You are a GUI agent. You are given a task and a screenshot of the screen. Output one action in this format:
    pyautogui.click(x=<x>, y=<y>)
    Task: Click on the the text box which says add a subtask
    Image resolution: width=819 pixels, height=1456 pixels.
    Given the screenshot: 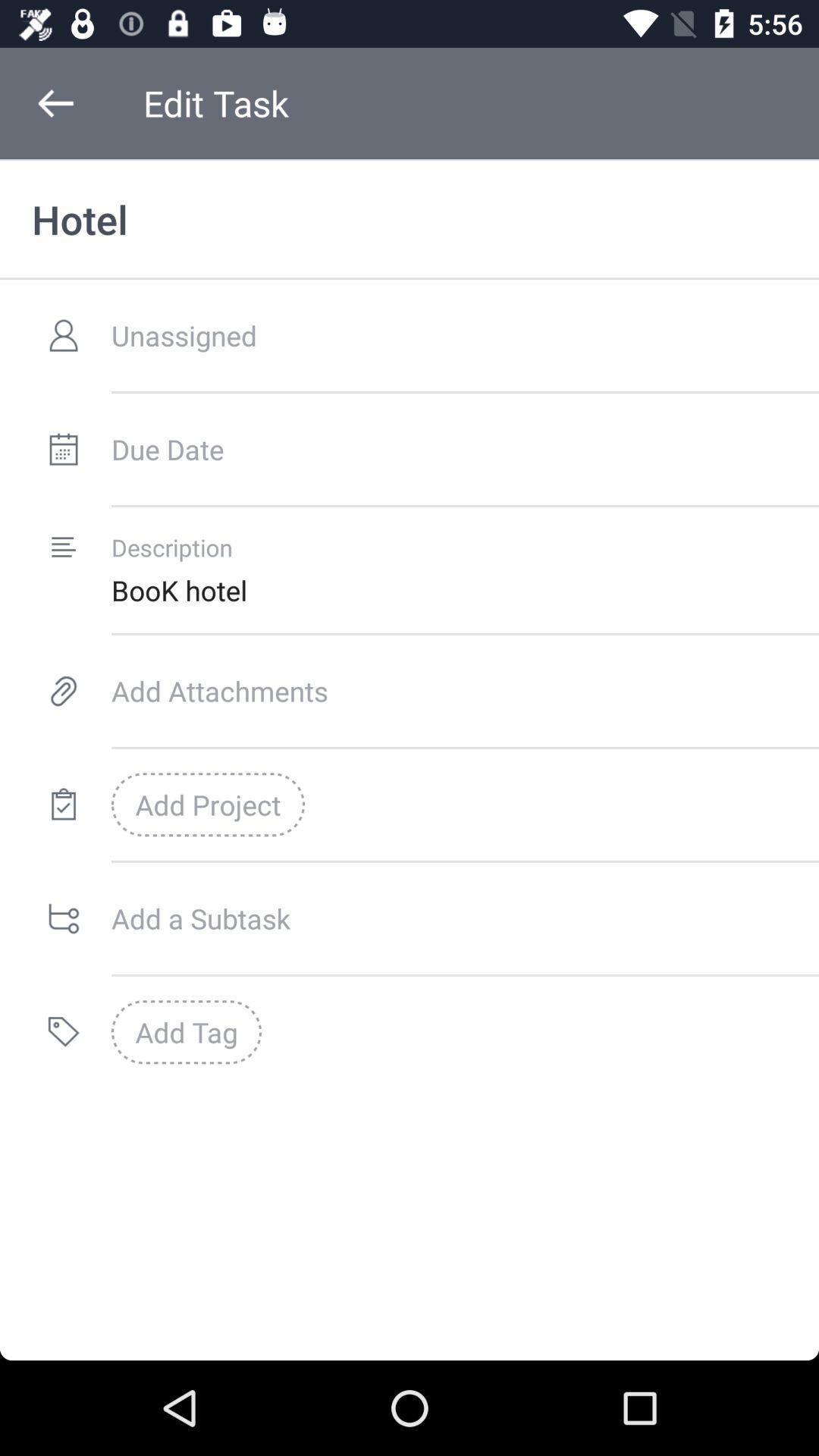 What is the action you would take?
    pyautogui.click(x=464, y=918)
    